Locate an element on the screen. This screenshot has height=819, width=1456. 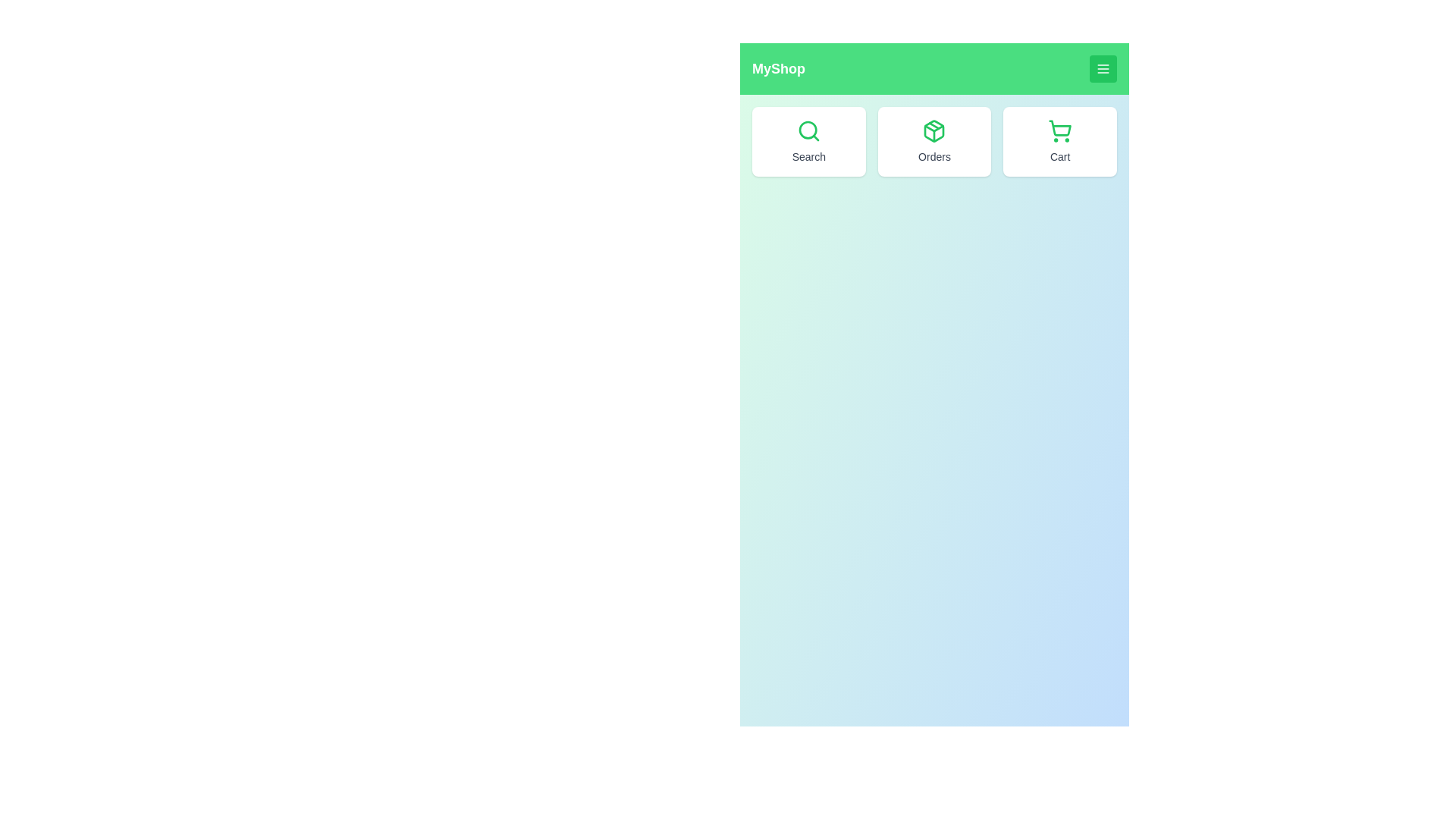
the 'Orders' button to view orders is located at coordinates (934, 141).